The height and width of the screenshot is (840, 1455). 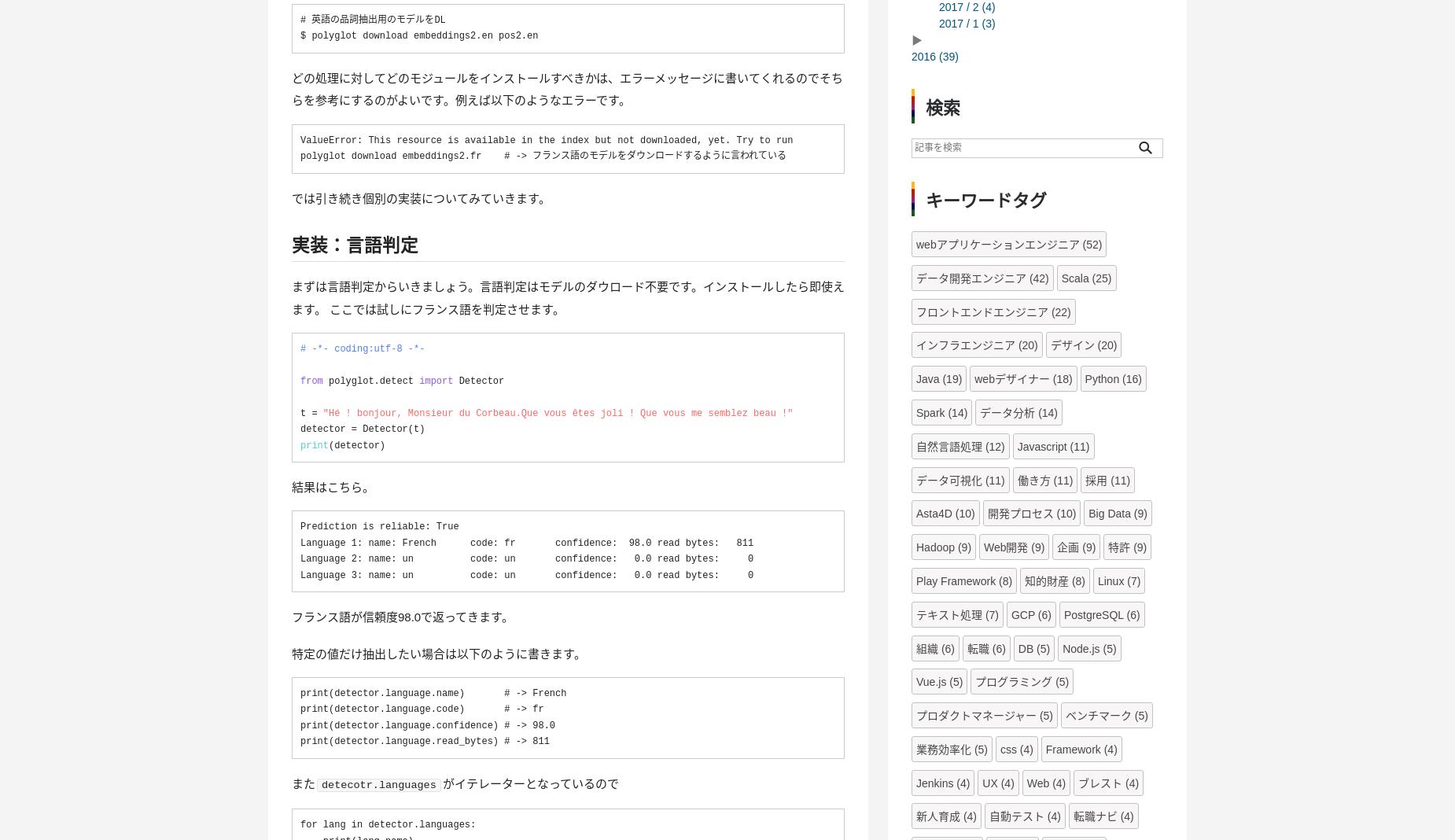 I want to click on 'webアプリケーションエンジニア (52)', so click(x=1007, y=243).